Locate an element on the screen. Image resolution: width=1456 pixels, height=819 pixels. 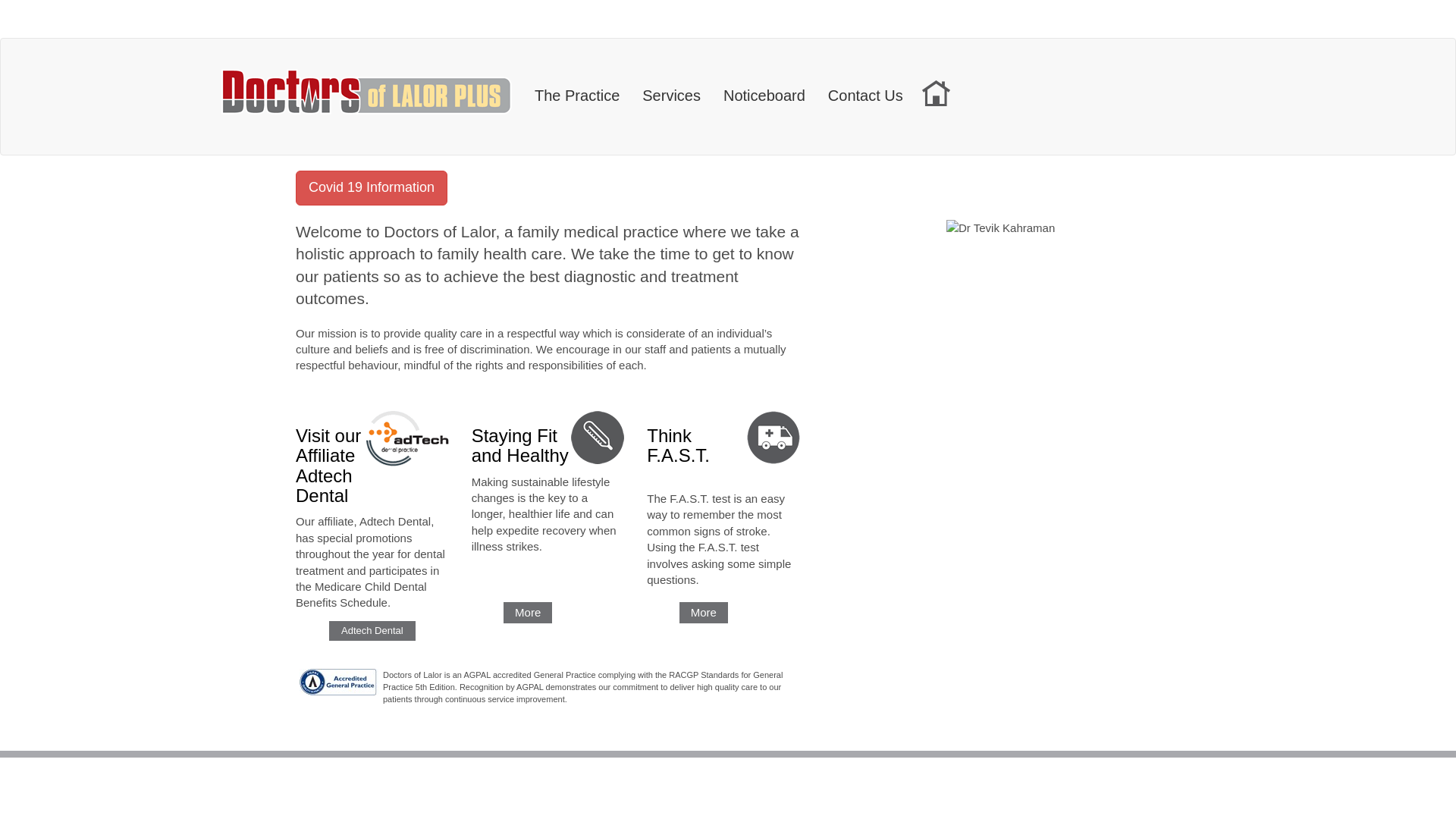
'Covid 19 Information' is located at coordinates (371, 193).